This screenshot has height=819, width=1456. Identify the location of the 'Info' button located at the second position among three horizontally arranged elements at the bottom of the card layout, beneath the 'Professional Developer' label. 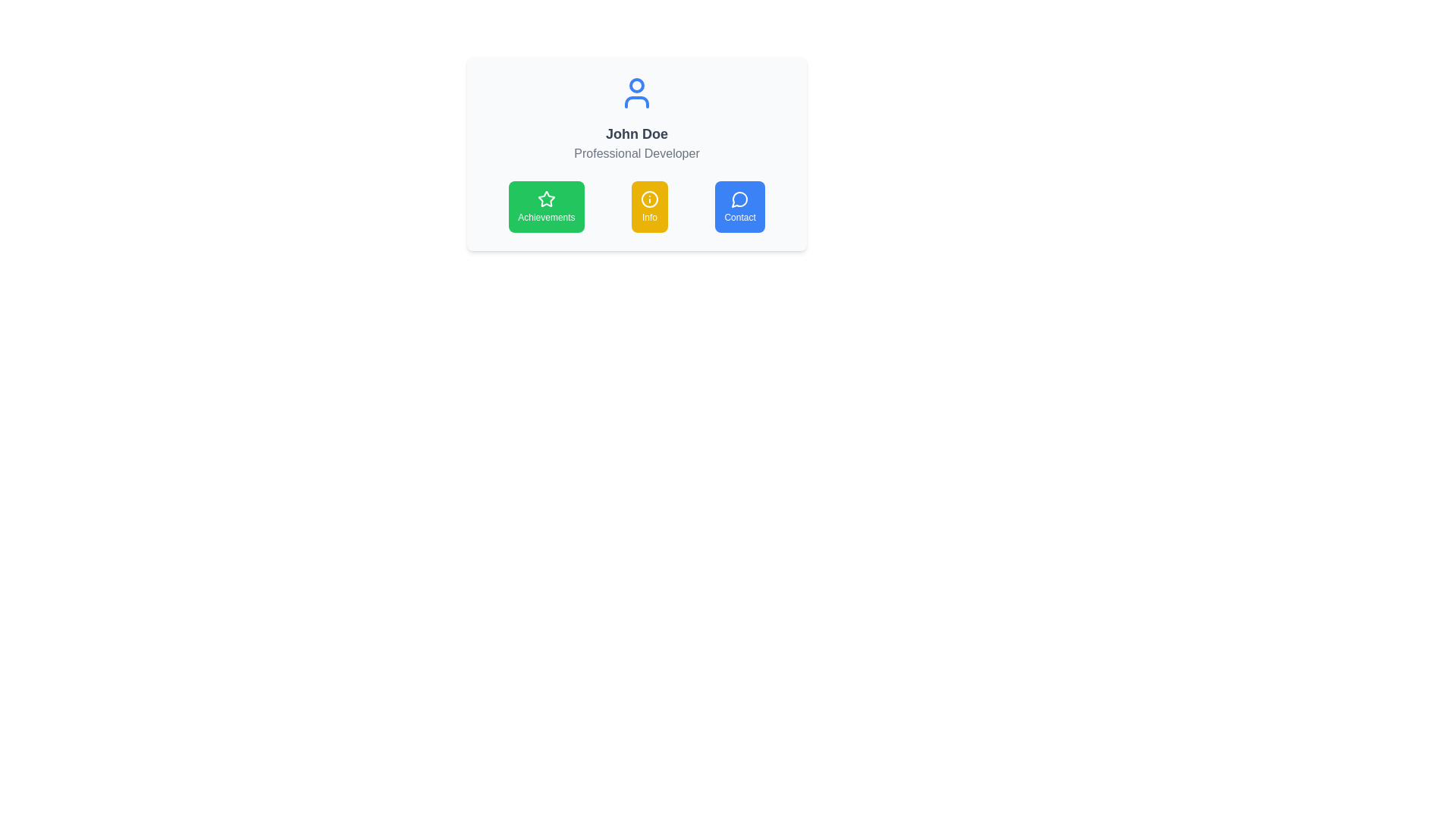
(650, 198).